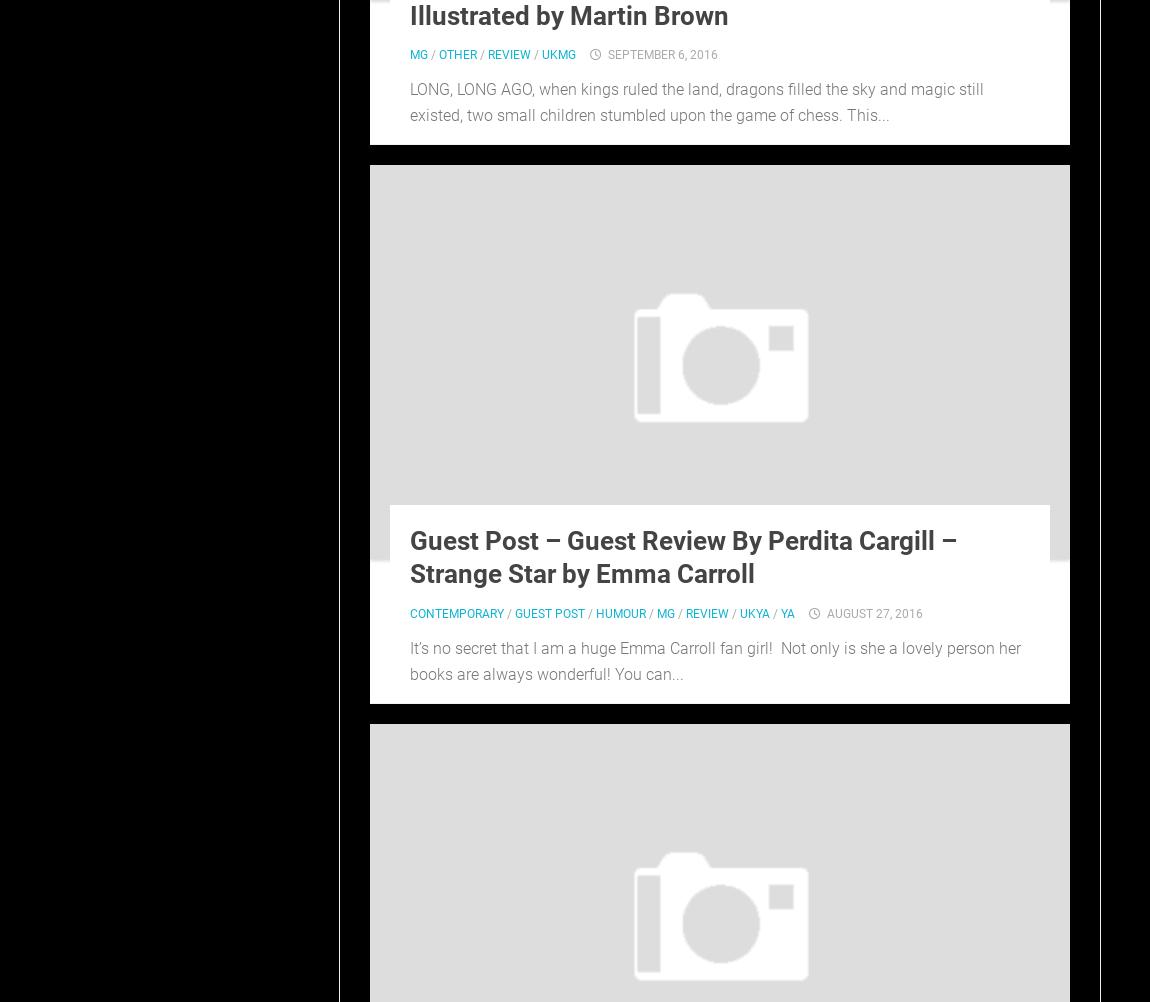 The image size is (1150, 1002). Describe the element at coordinates (595, 613) in the screenshot. I see `'Humour'` at that location.